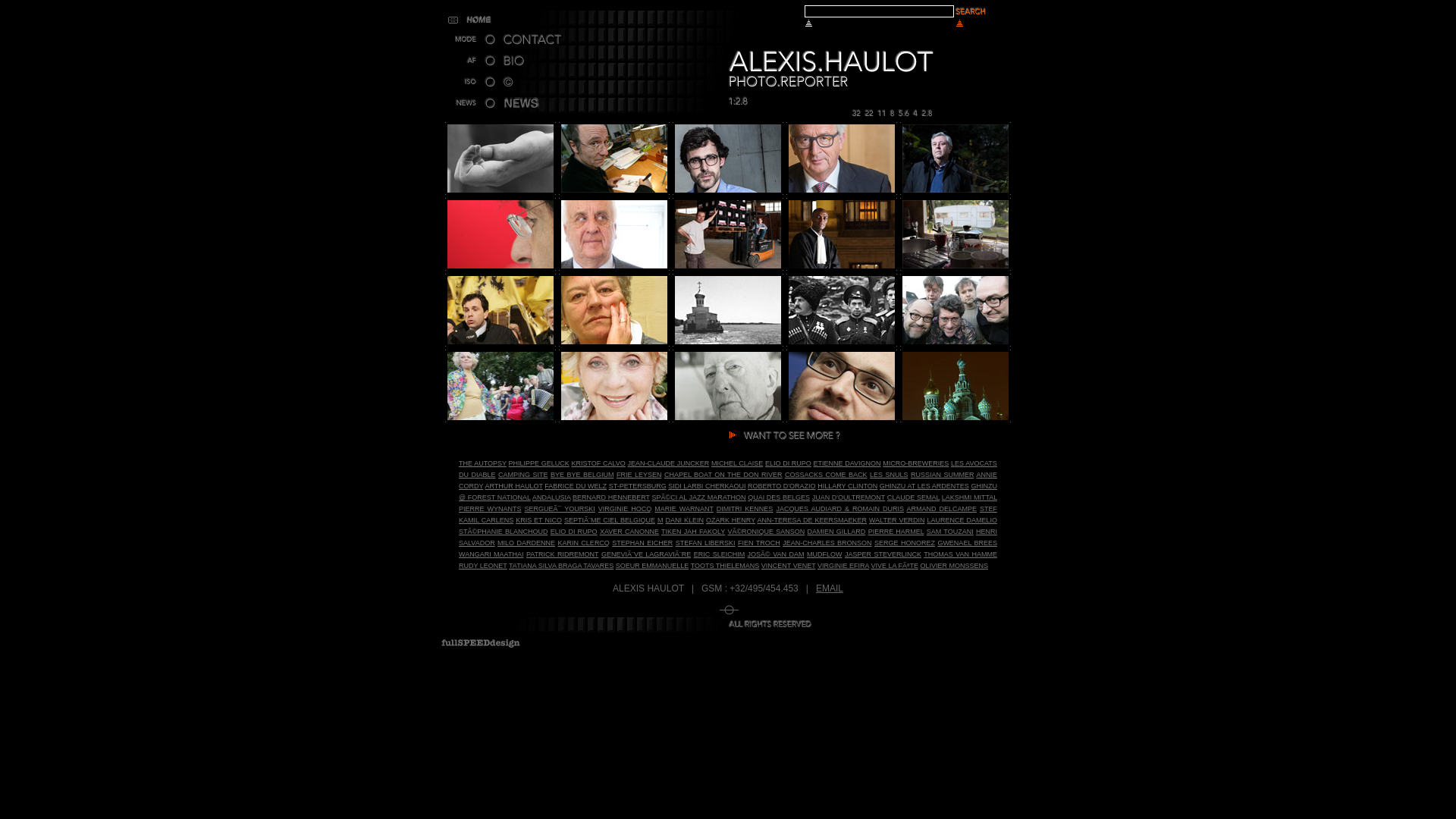 Image resolution: width=1456 pixels, height=819 pixels. Describe the element at coordinates (829, 587) in the screenshot. I see `'EMAIL'` at that location.